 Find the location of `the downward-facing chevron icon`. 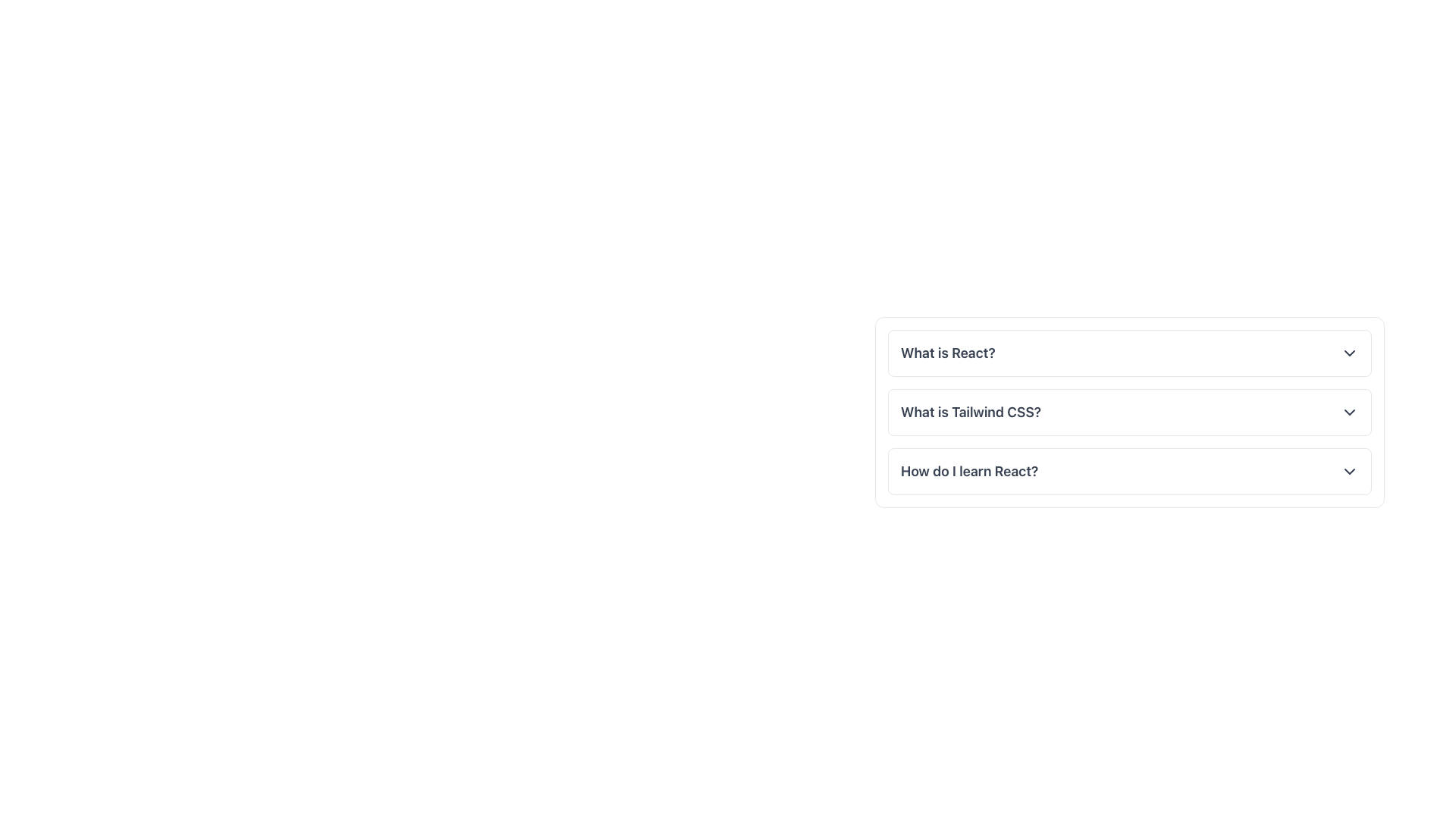

the downward-facing chevron icon is located at coordinates (1350, 470).